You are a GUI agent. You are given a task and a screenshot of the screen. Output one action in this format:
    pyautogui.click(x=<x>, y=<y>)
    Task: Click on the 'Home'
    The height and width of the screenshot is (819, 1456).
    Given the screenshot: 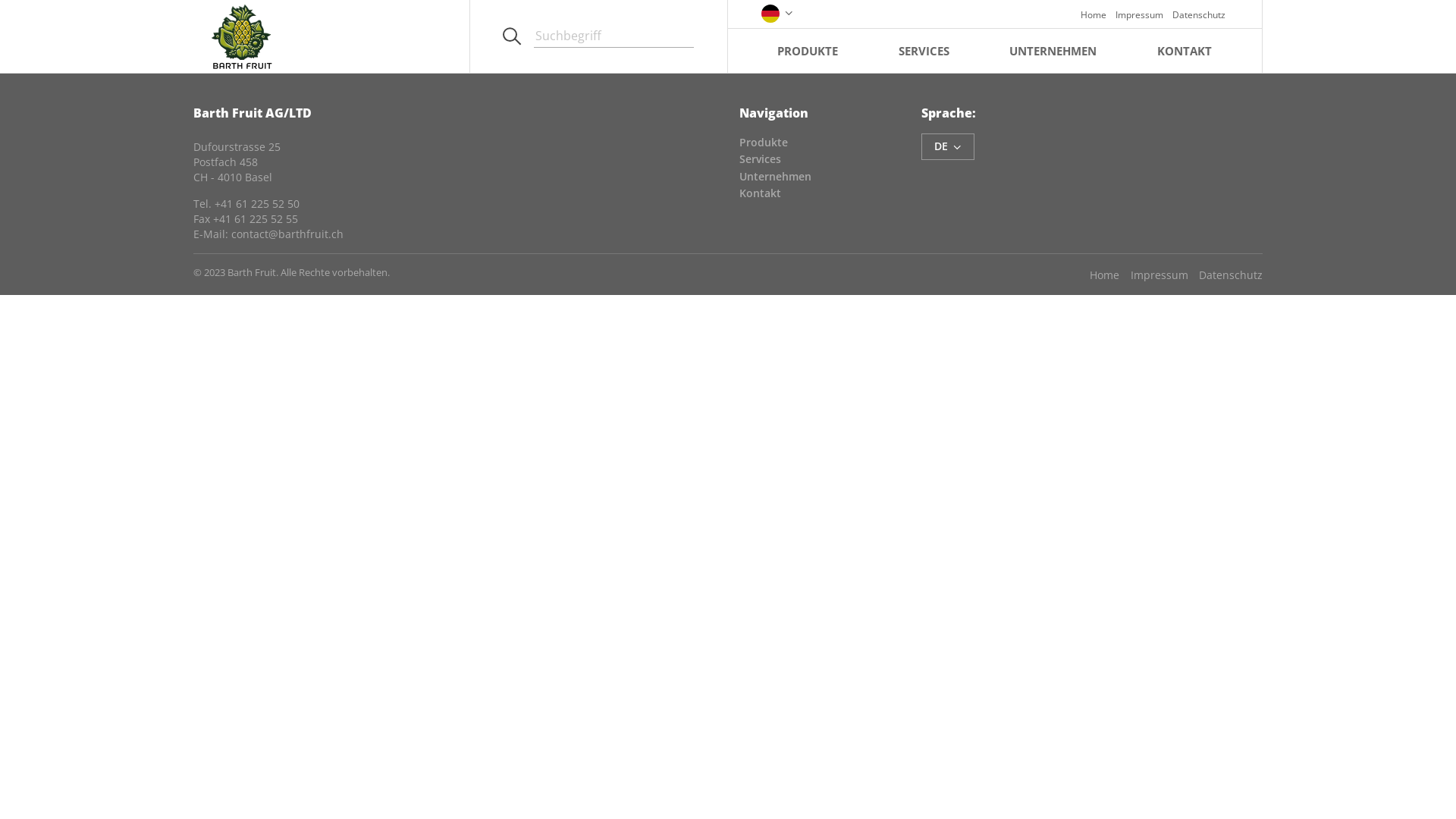 What is the action you would take?
    pyautogui.click(x=1087, y=14)
    